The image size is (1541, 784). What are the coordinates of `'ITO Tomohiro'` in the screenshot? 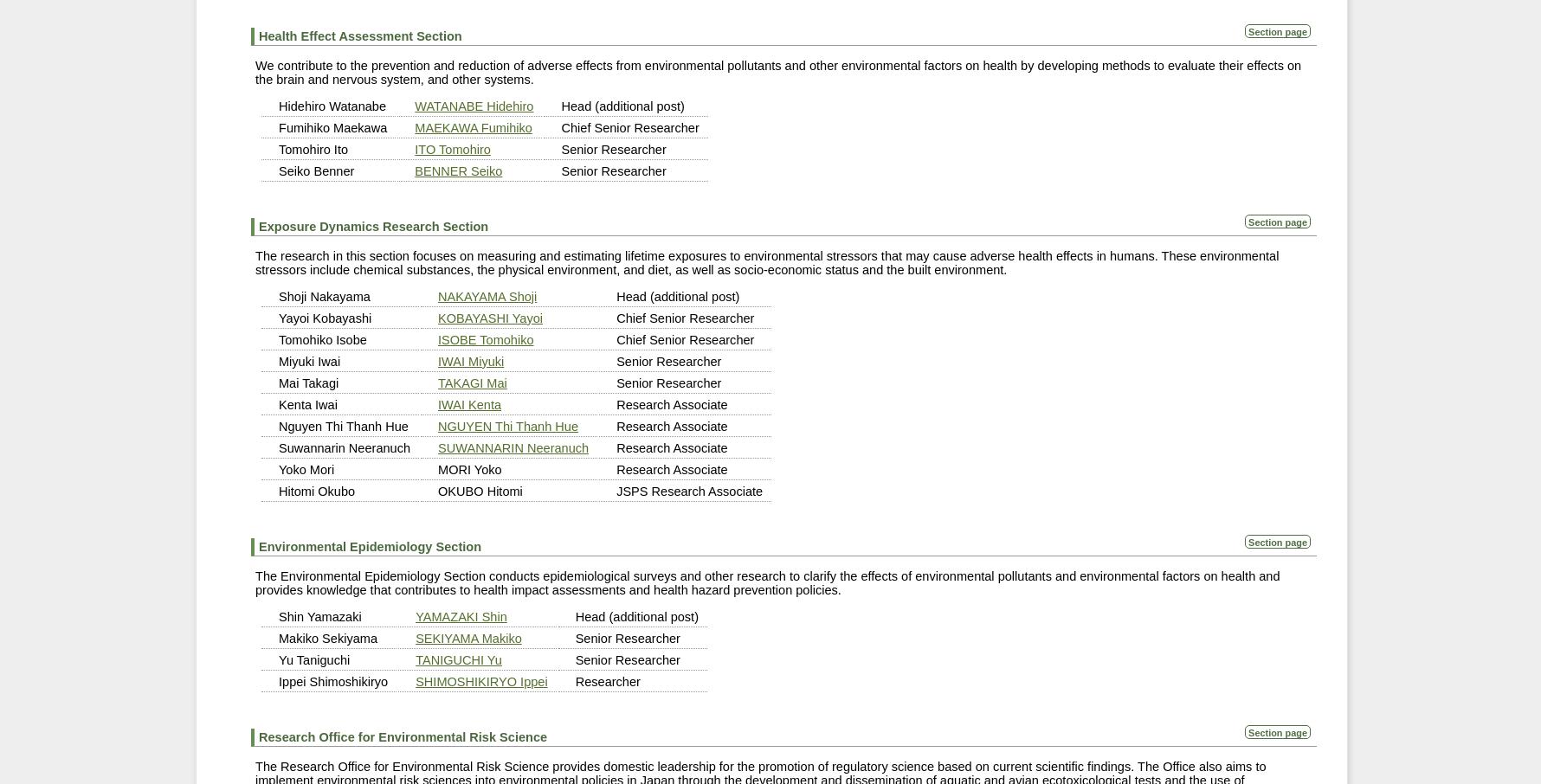 It's located at (451, 148).